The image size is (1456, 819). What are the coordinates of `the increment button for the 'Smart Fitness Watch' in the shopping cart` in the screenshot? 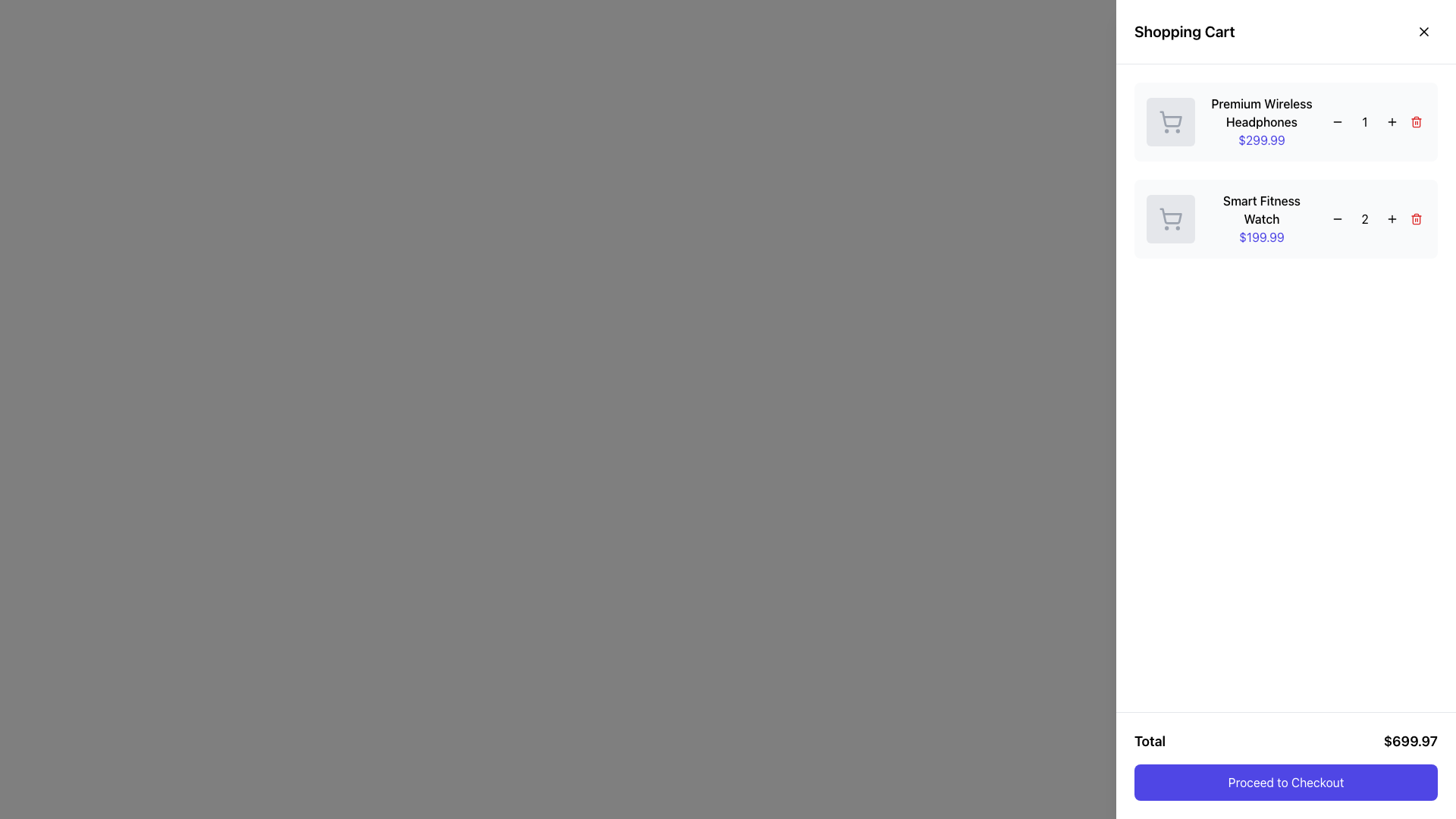 It's located at (1392, 219).